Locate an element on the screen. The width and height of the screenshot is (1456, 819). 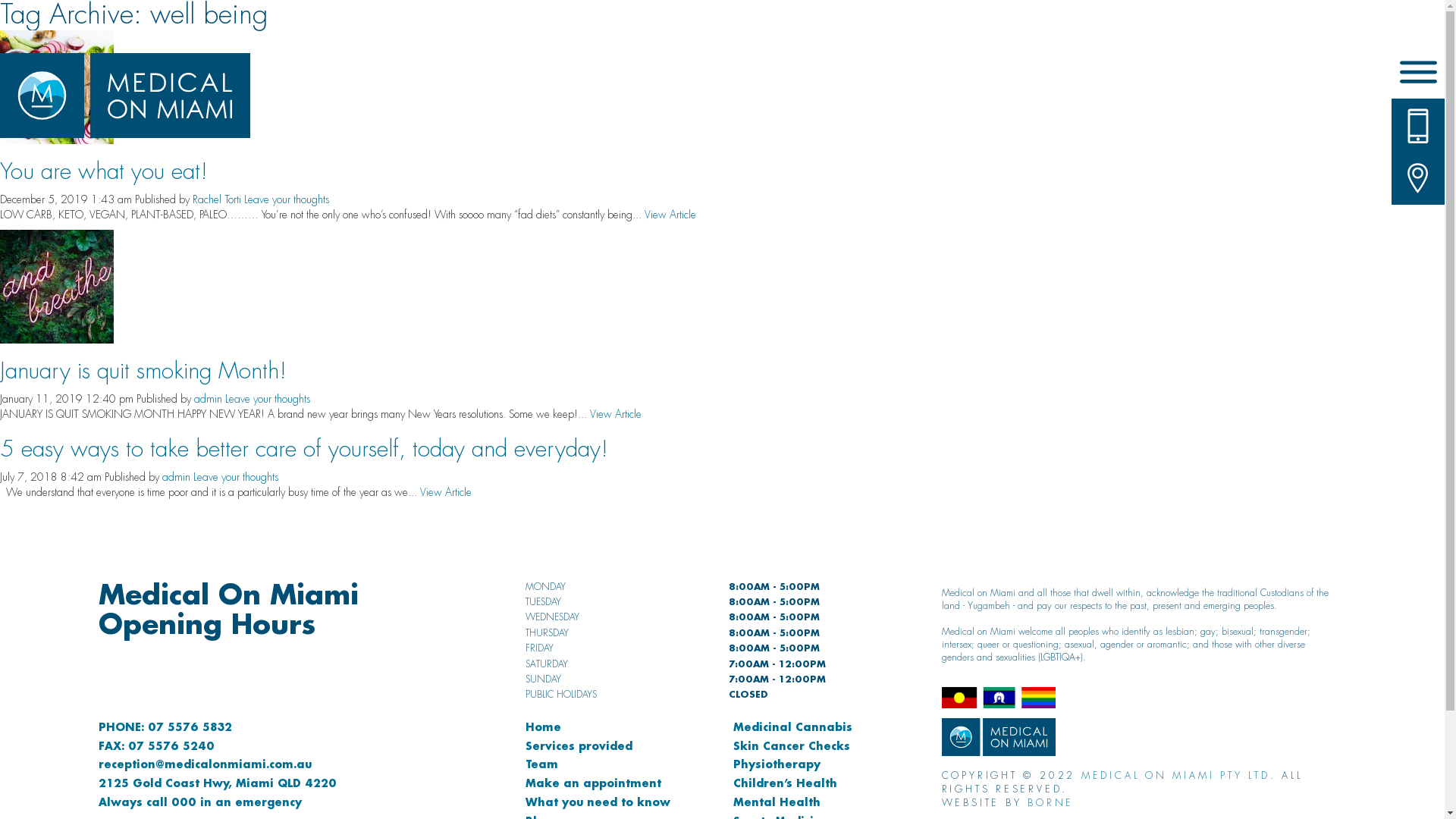
'Always call 000 in an emergency' is located at coordinates (199, 801).